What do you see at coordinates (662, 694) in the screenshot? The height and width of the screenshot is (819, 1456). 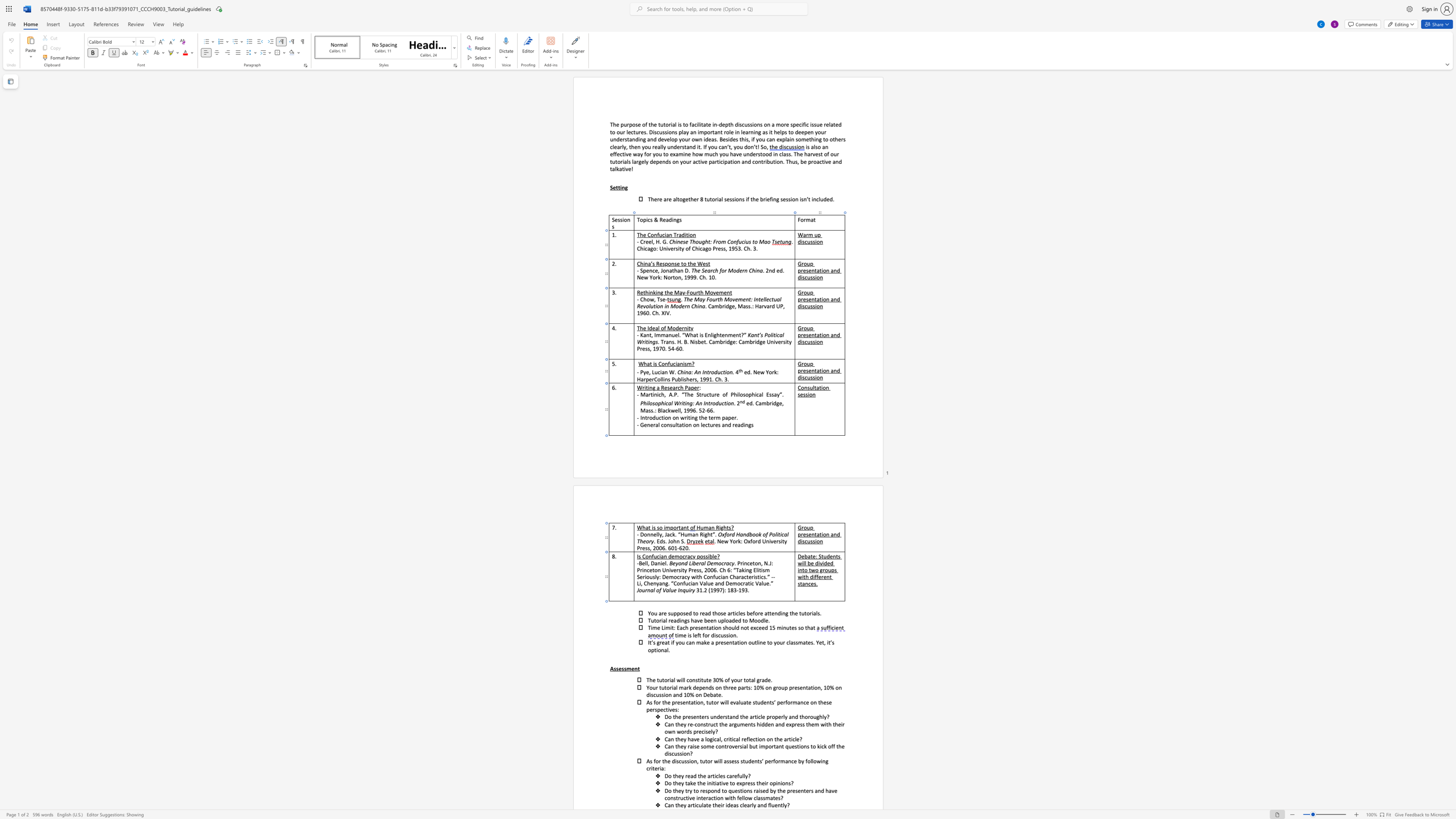 I see `the 6th character "s" in the text` at bounding box center [662, 694].